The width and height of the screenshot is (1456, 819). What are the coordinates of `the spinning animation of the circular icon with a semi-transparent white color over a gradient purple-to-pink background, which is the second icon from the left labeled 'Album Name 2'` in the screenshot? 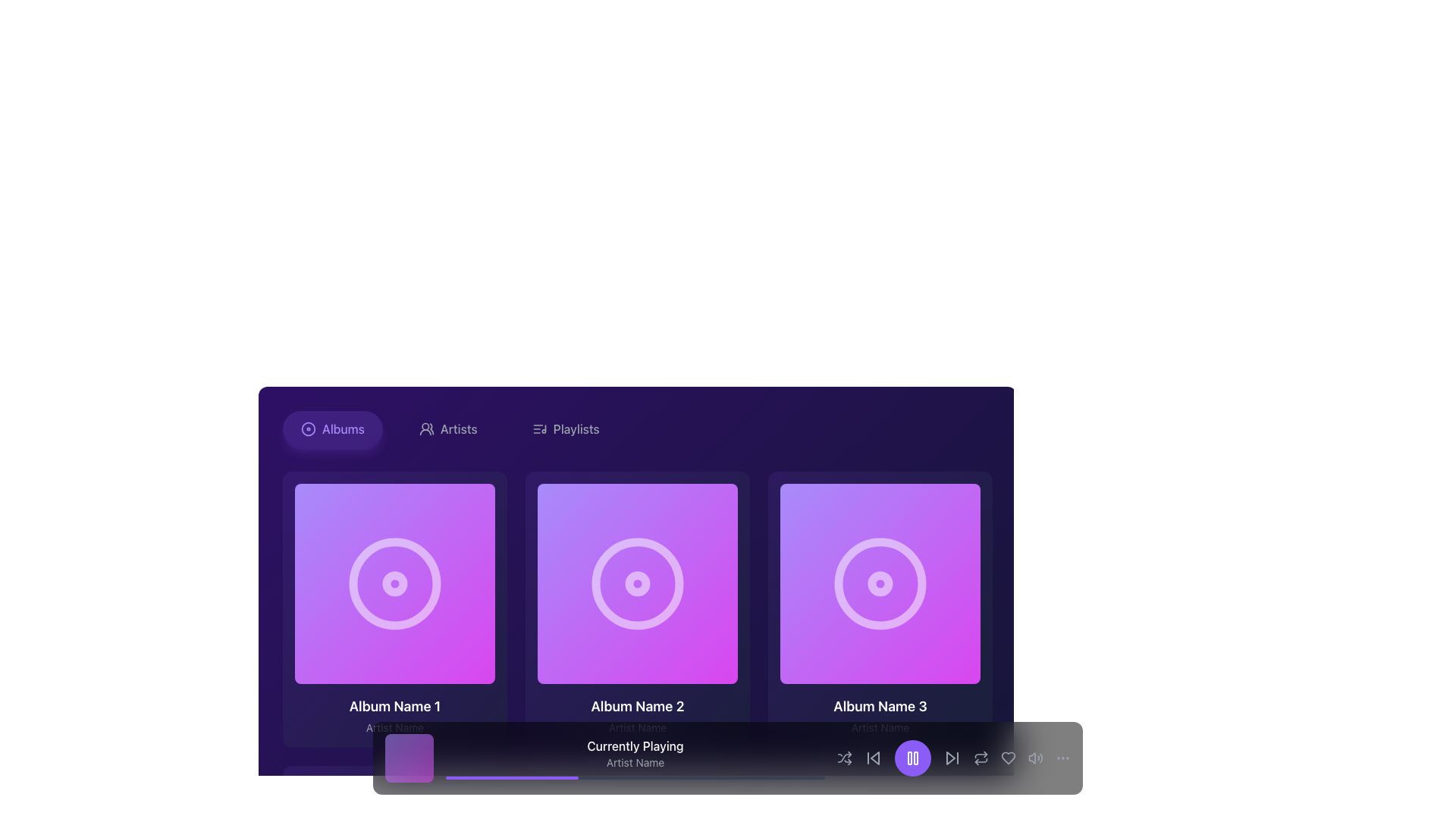 It's located at (637, 583).